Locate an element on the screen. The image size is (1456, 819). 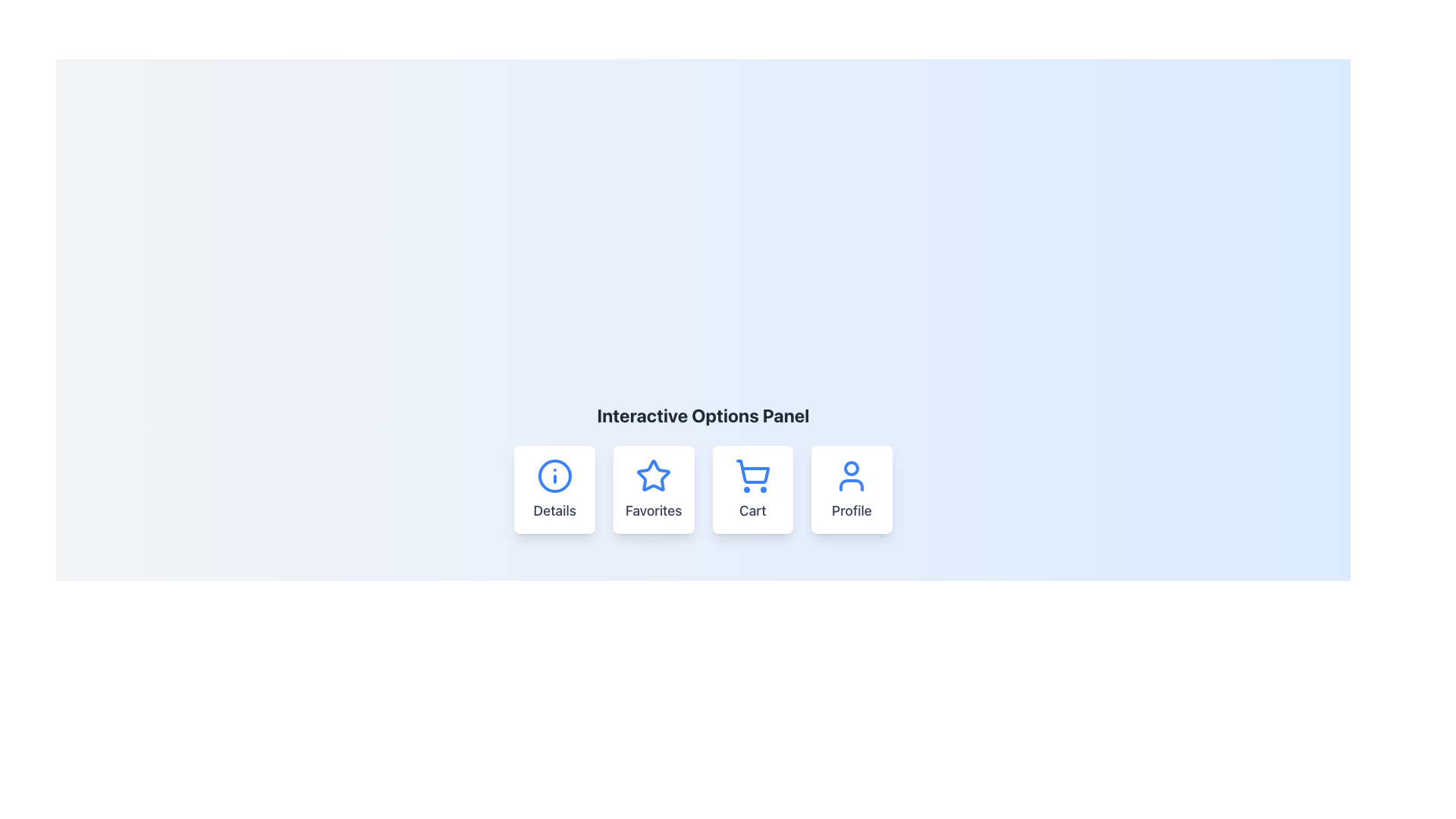
'Profile' text label, which is styled with a medium-sized gray font and centered below a user silhouette icon in the profile section of the horizontal options panel is located at coordinates (852, 511).